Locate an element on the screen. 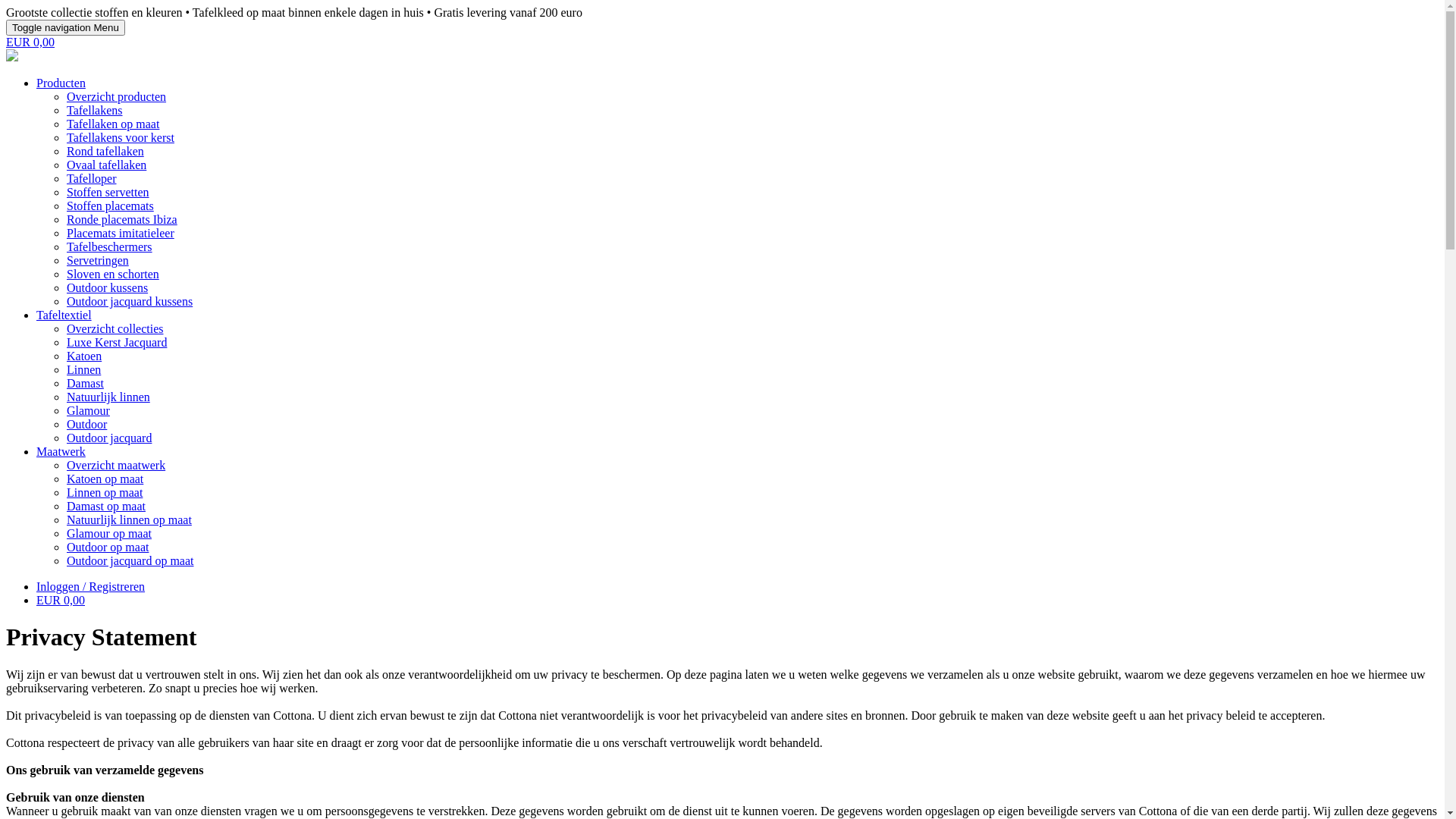 The height and width of the screenshot is (819, 1456). 'Outdoor jacquard' is located at coordinates (108, 438).